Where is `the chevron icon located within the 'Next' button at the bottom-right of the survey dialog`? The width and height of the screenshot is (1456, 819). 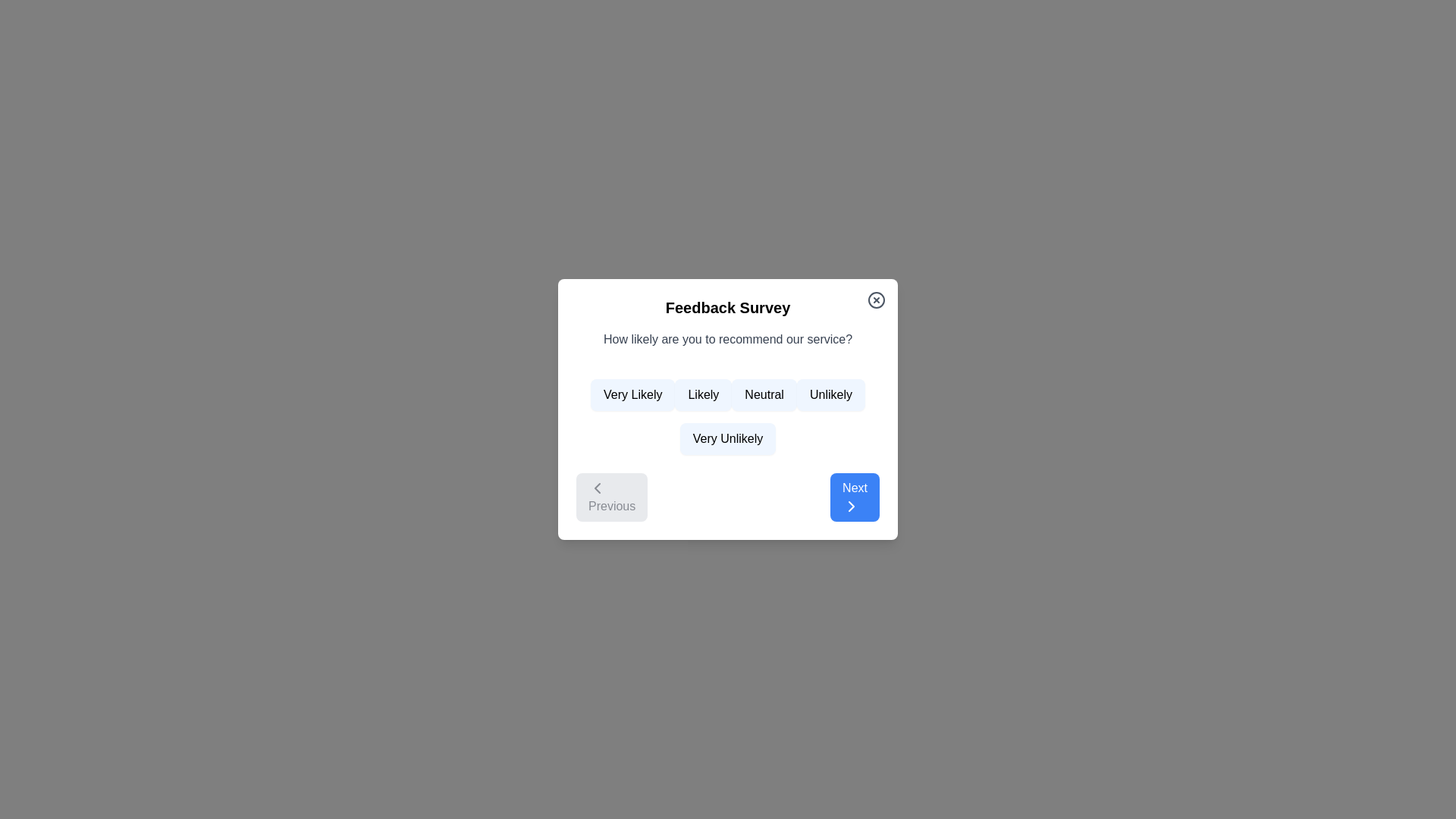
the chevron icon located within the 'Next' button at the bottom-right of the survey dialog is located at coordinates (852, 506).